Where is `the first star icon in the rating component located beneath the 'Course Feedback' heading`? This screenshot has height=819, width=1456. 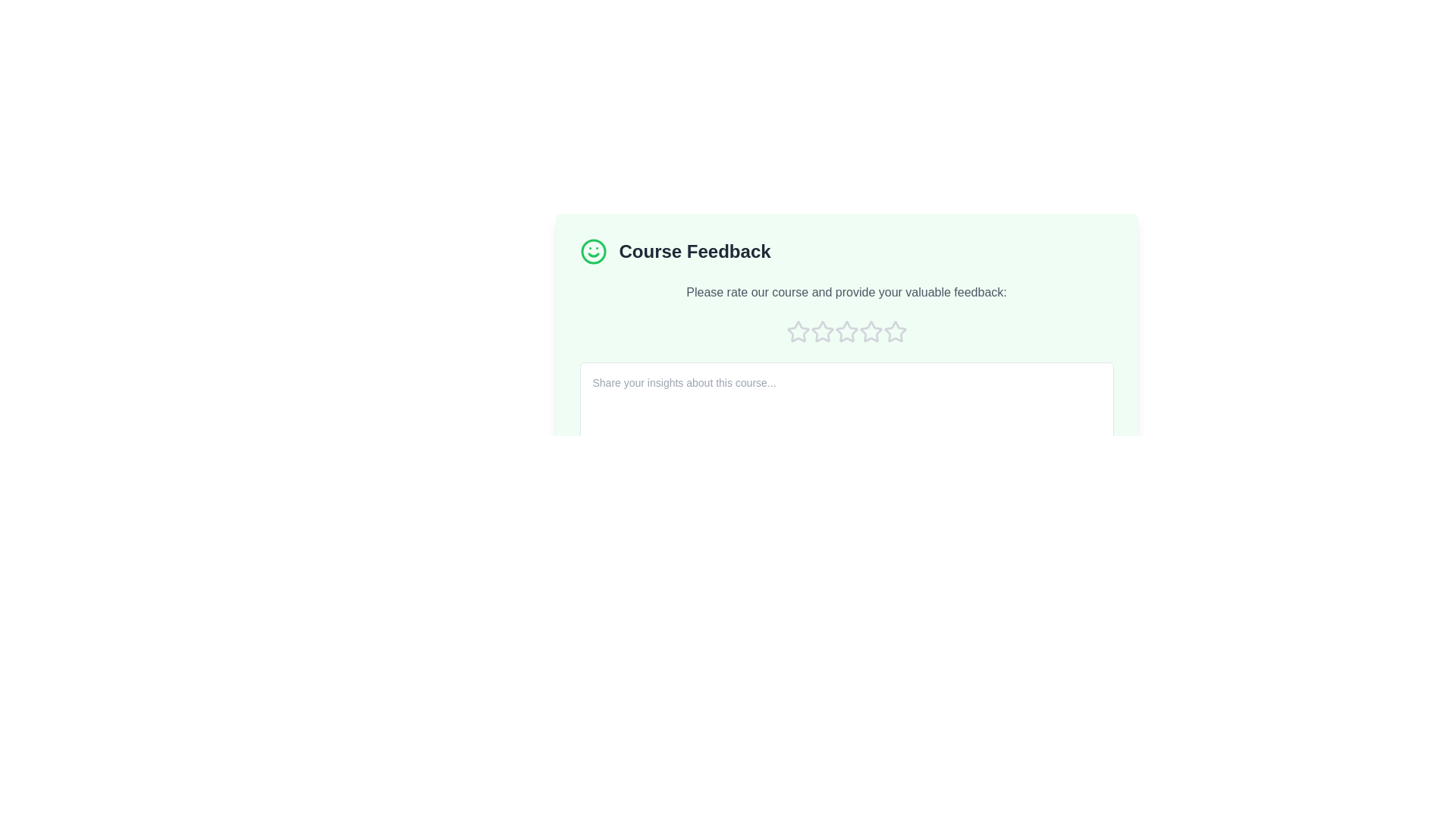 the first star icon in the rating component located beneath the 'Course Feedback' heading is located at coordinates (796, 330).